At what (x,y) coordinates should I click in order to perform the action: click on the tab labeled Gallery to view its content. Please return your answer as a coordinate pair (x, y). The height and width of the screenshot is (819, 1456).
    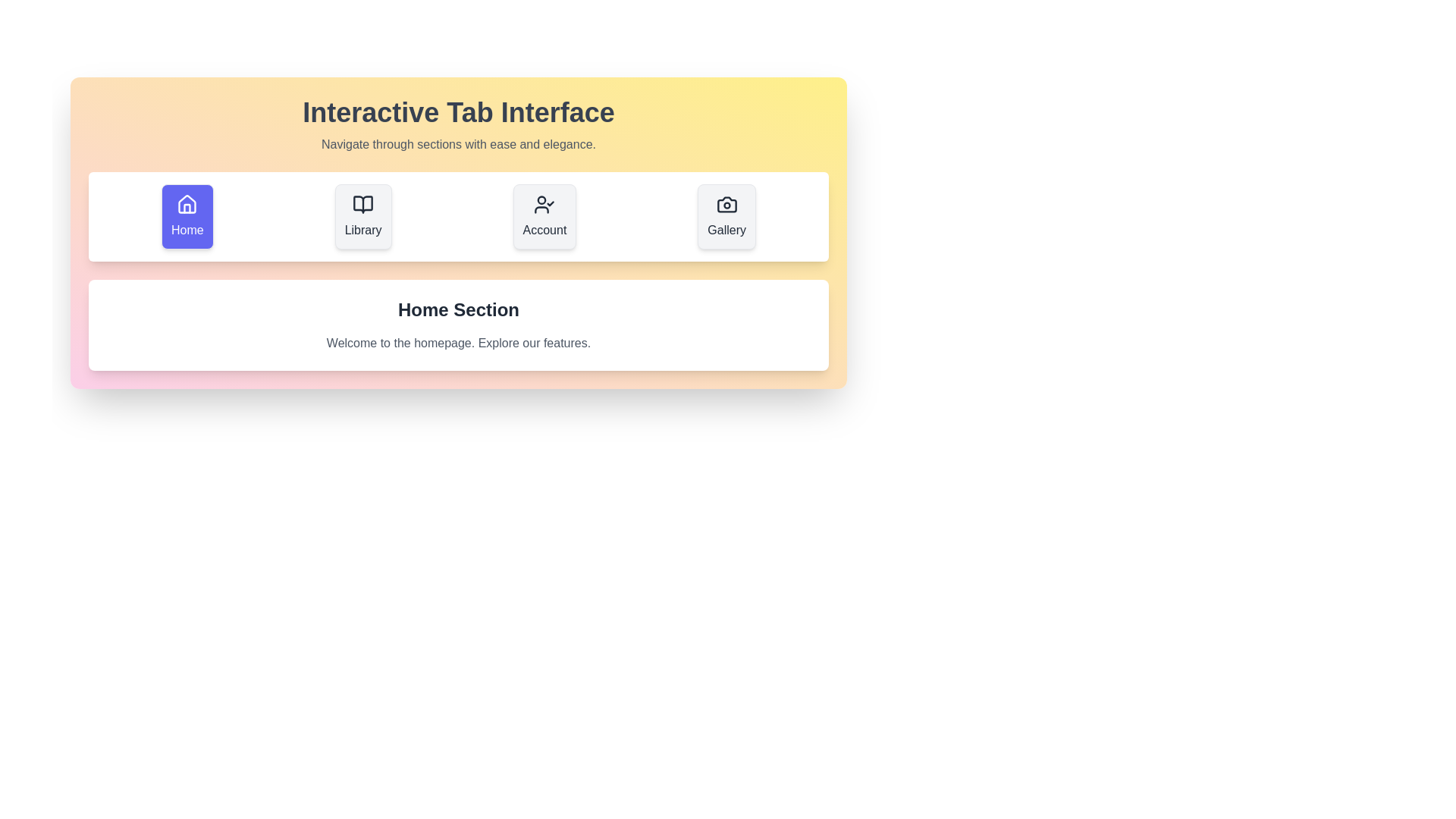
    Looking at the image, I should click on (726, 216).